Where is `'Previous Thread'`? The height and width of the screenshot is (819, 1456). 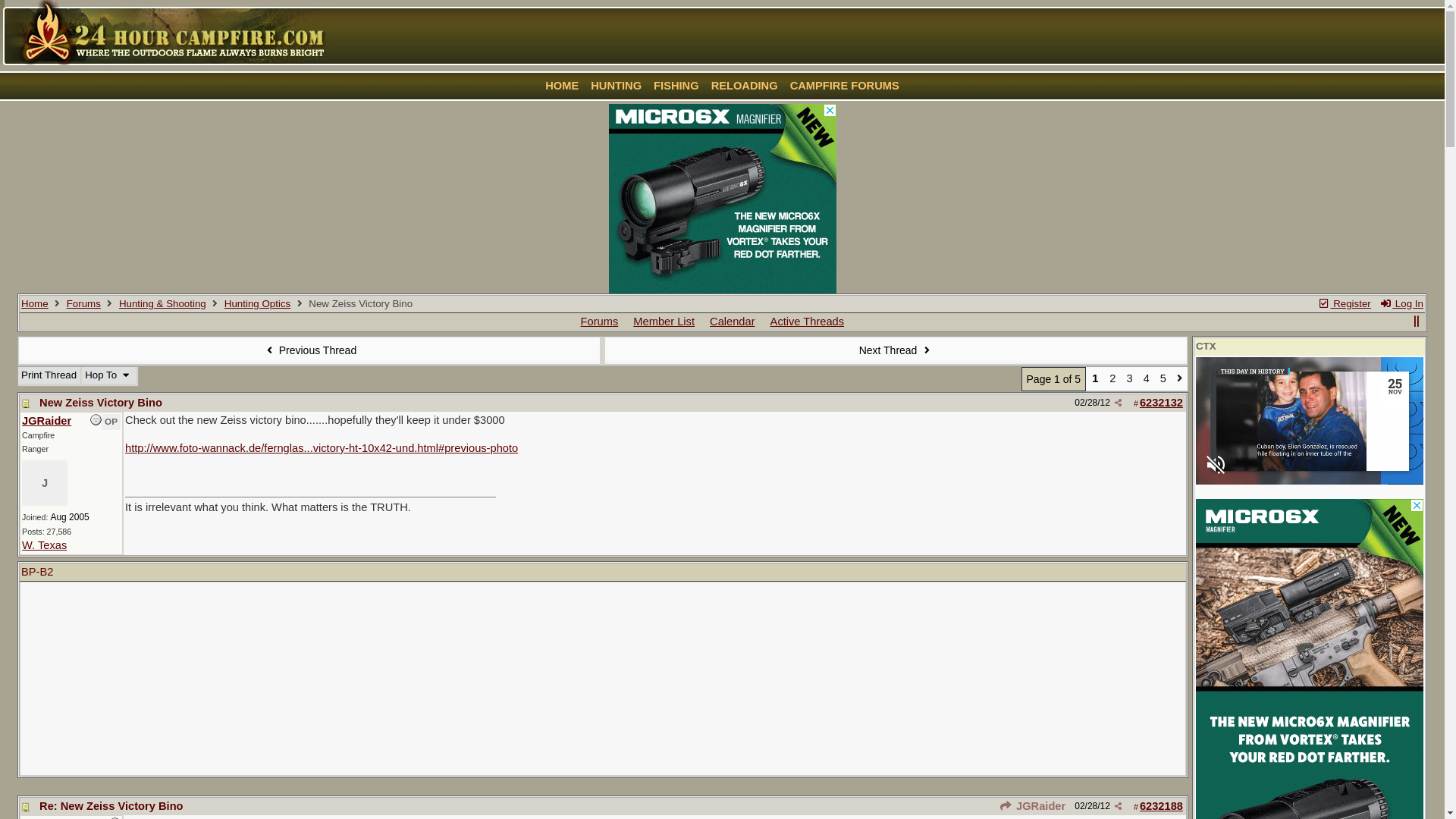 'Previous Thread' is located at coordinates (18, 350).